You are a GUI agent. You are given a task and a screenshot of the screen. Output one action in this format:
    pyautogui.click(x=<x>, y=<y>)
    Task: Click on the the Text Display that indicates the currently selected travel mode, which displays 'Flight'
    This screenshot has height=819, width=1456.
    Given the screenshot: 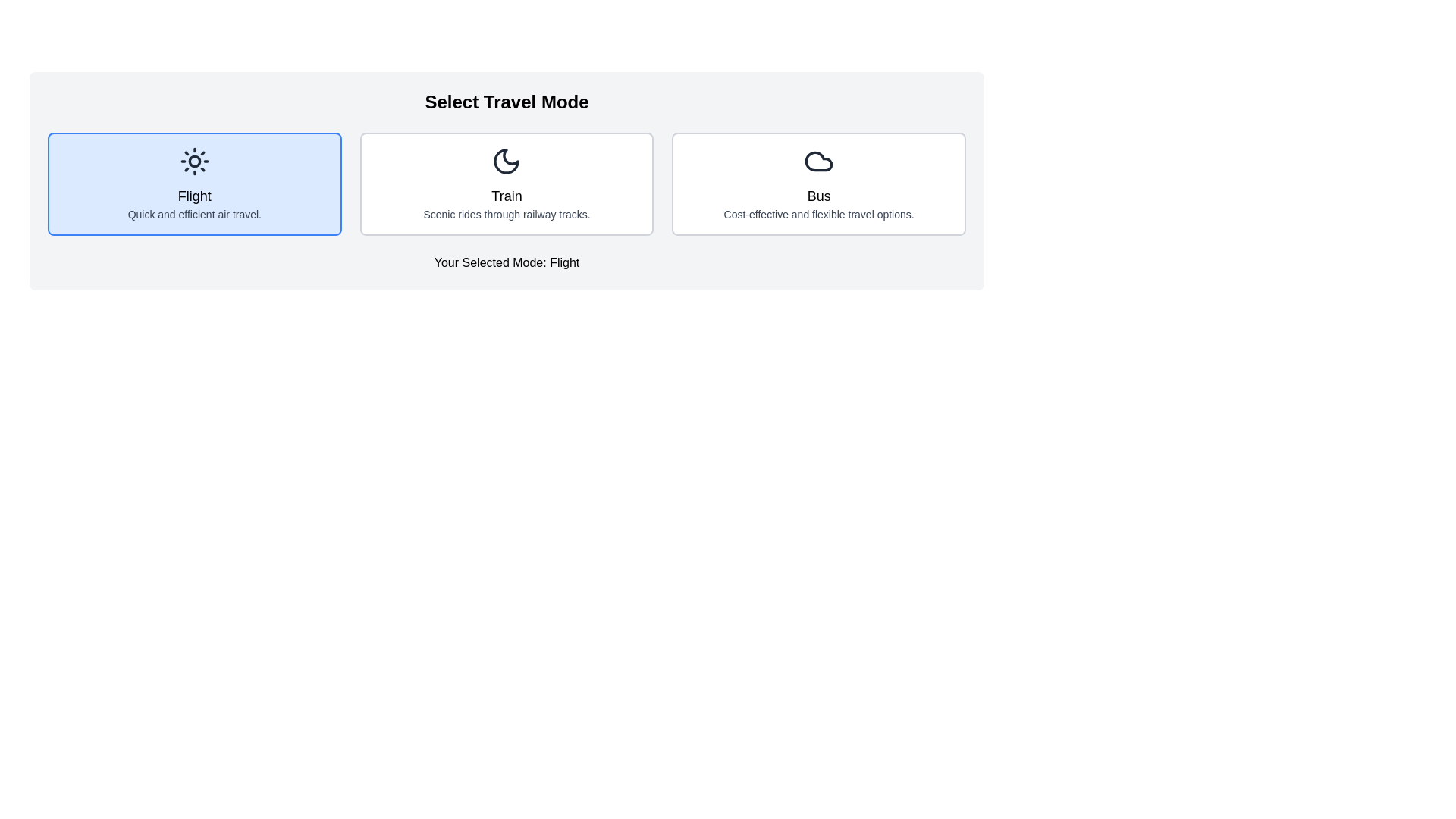 What is the action you would take?
    pyautogui.click(x=562, y=262)
    